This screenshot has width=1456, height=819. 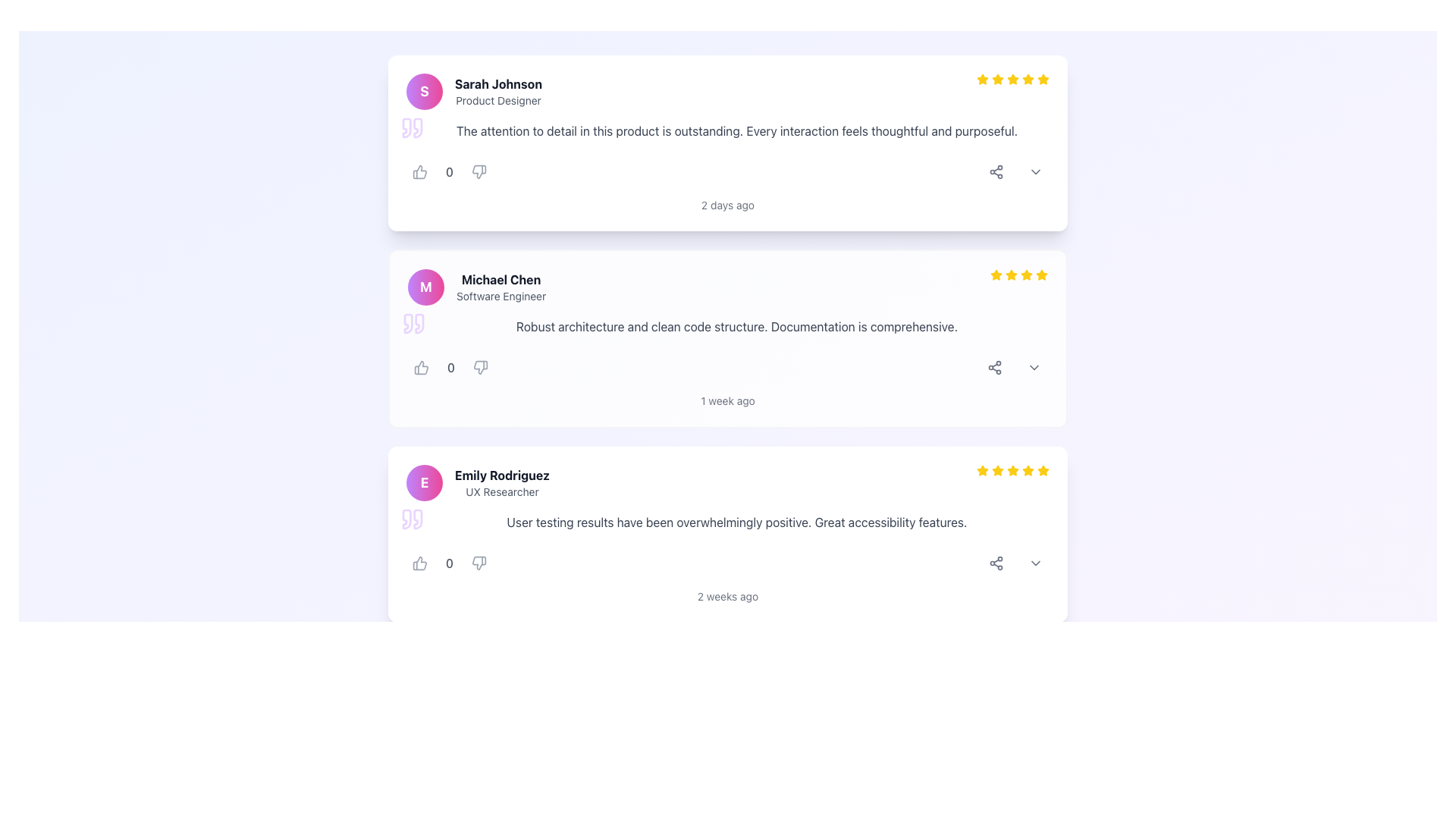 I want to click on the decorative icon styled as a purple quotation mark located at the top-left corner of the quoted text box for user feedback from Emily Rodriguez, so click(x=412, y=519).